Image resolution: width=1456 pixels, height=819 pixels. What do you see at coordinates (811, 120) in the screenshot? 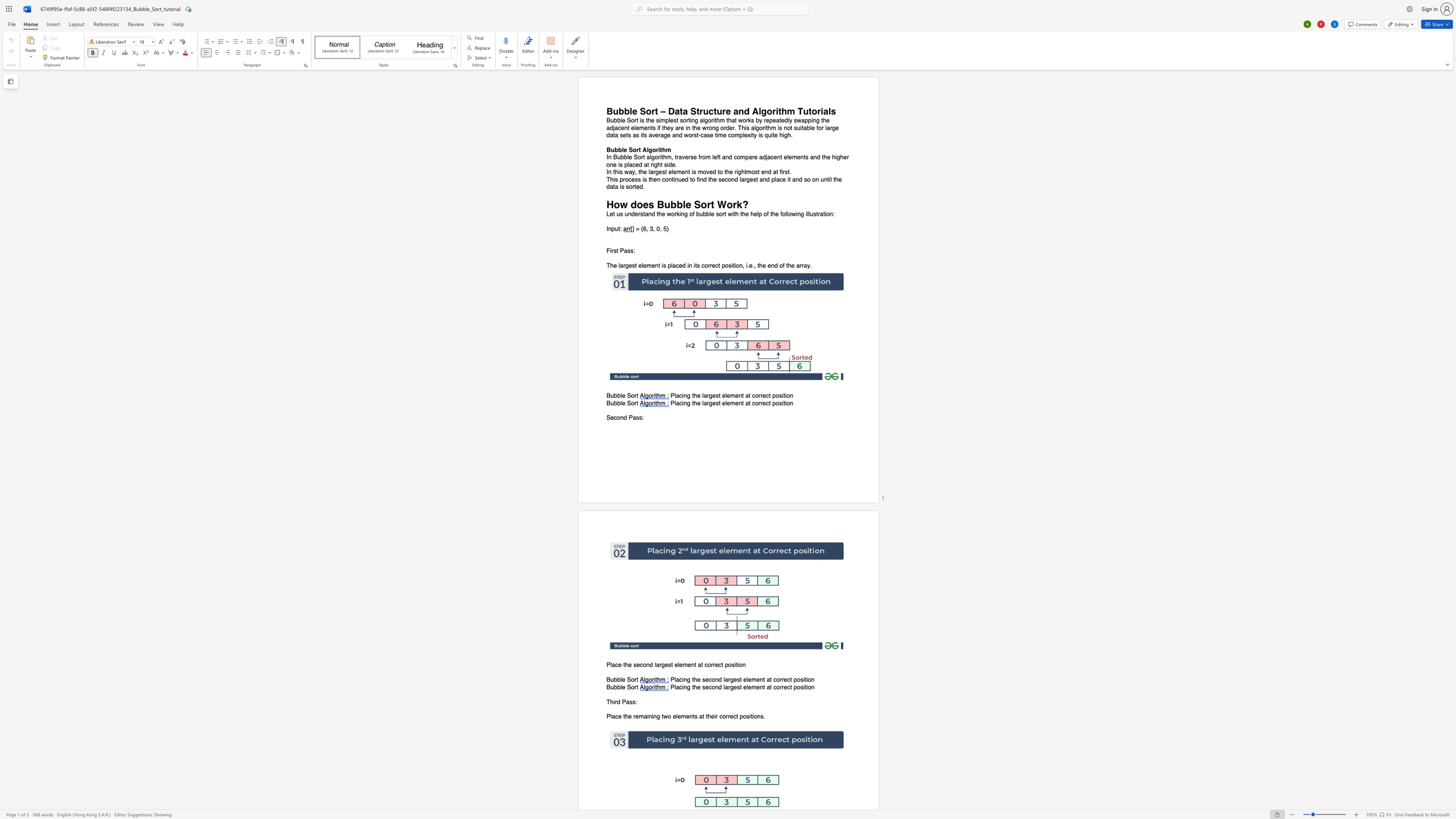
I see `the space between the continuous character "p" and "i" in the text` at bounding box center [811, 120].